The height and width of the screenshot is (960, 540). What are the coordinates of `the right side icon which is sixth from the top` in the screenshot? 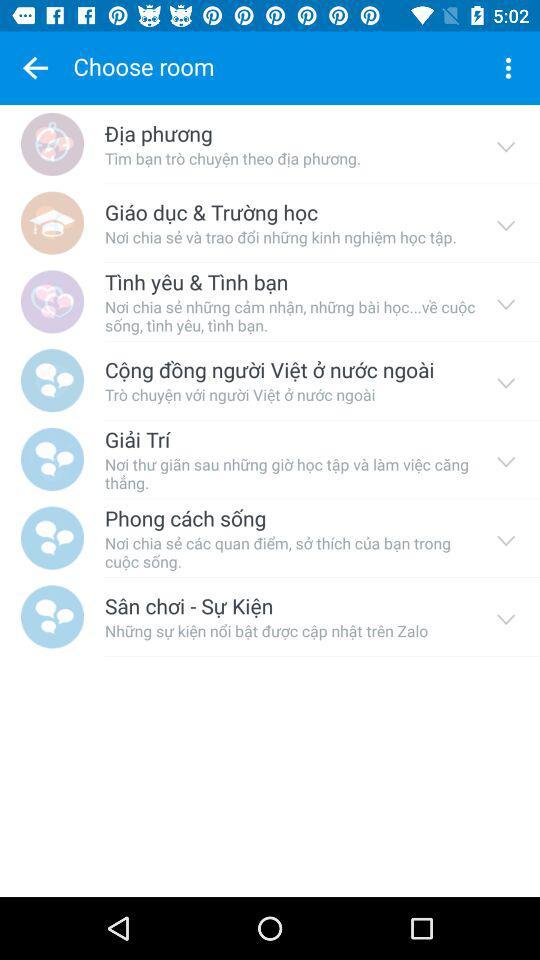 It's located at (504, 536).